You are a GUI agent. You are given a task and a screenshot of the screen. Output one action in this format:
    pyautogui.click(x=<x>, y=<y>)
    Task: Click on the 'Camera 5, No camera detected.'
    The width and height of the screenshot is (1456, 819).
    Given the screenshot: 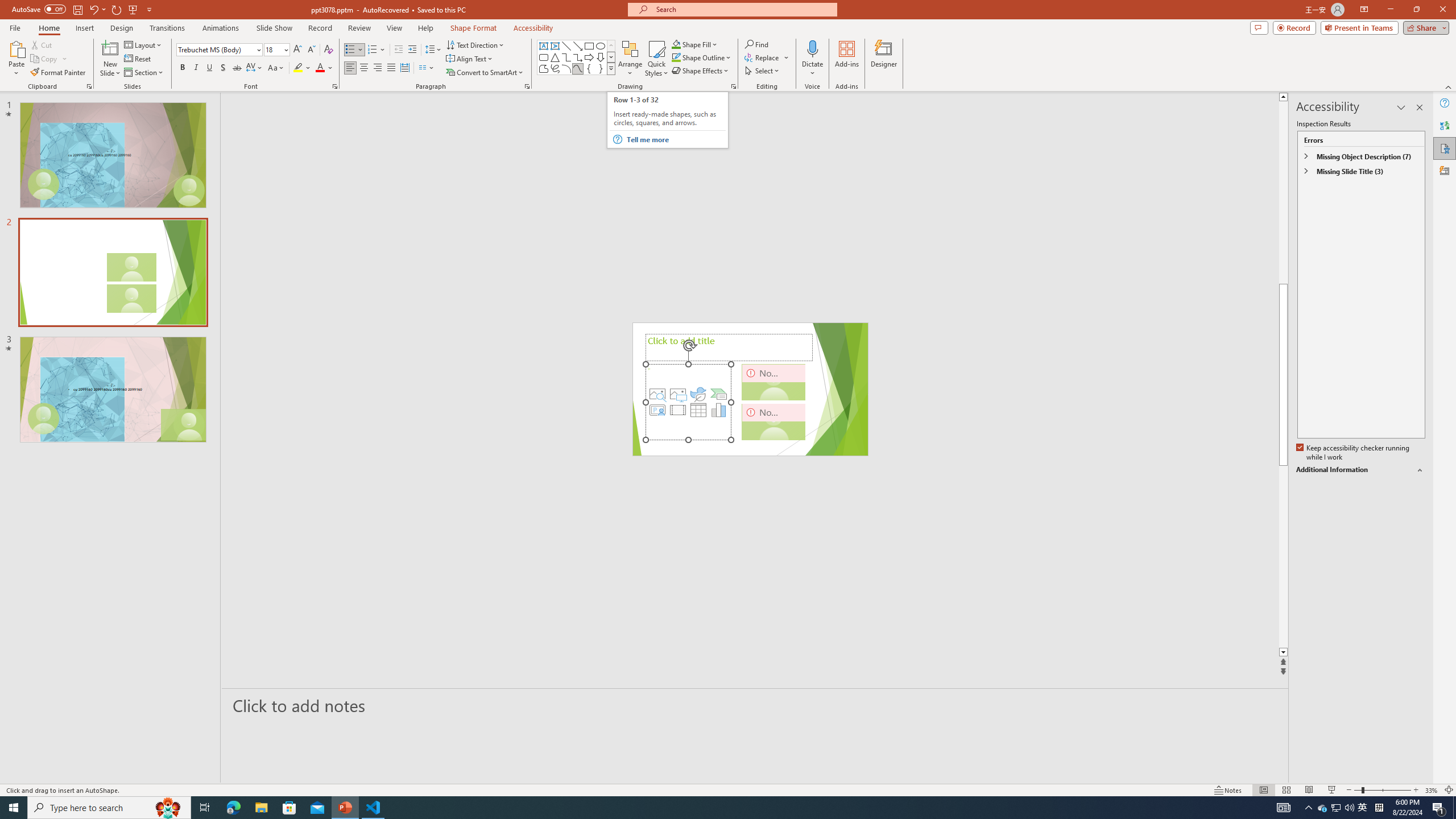 What is the action you would take?
    pyautogui.click(x=773, y=382)
    